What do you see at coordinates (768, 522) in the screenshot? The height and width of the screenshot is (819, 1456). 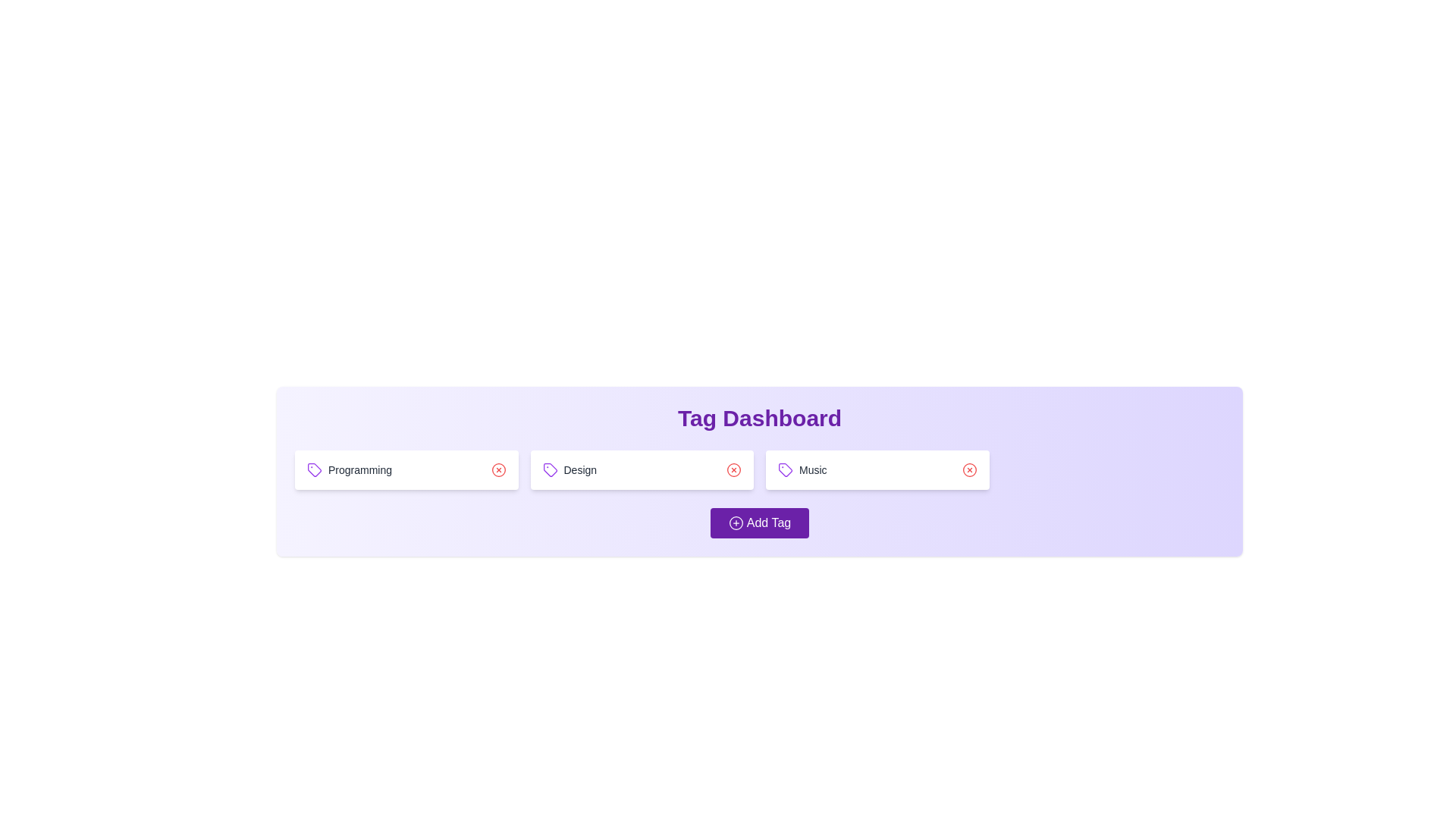 I see `the text label located inside the purple button at the lower-central part of the interface` at bounding box center [768, 522].